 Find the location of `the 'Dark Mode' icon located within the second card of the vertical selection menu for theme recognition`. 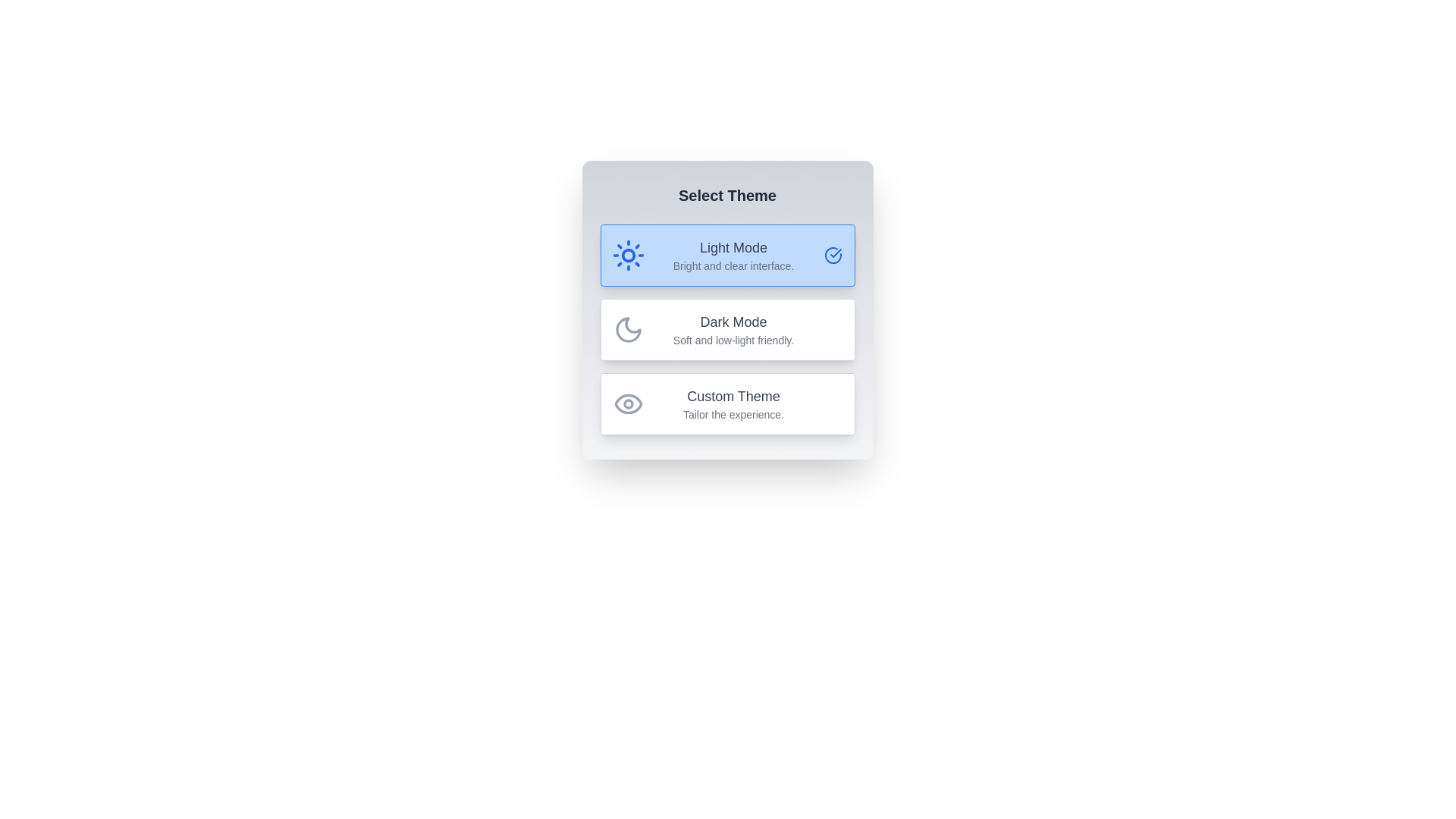

the 'Dark Mode' icon located within the second card of the vertical selection menu for theme recognition is located at coordinates (628, 329).